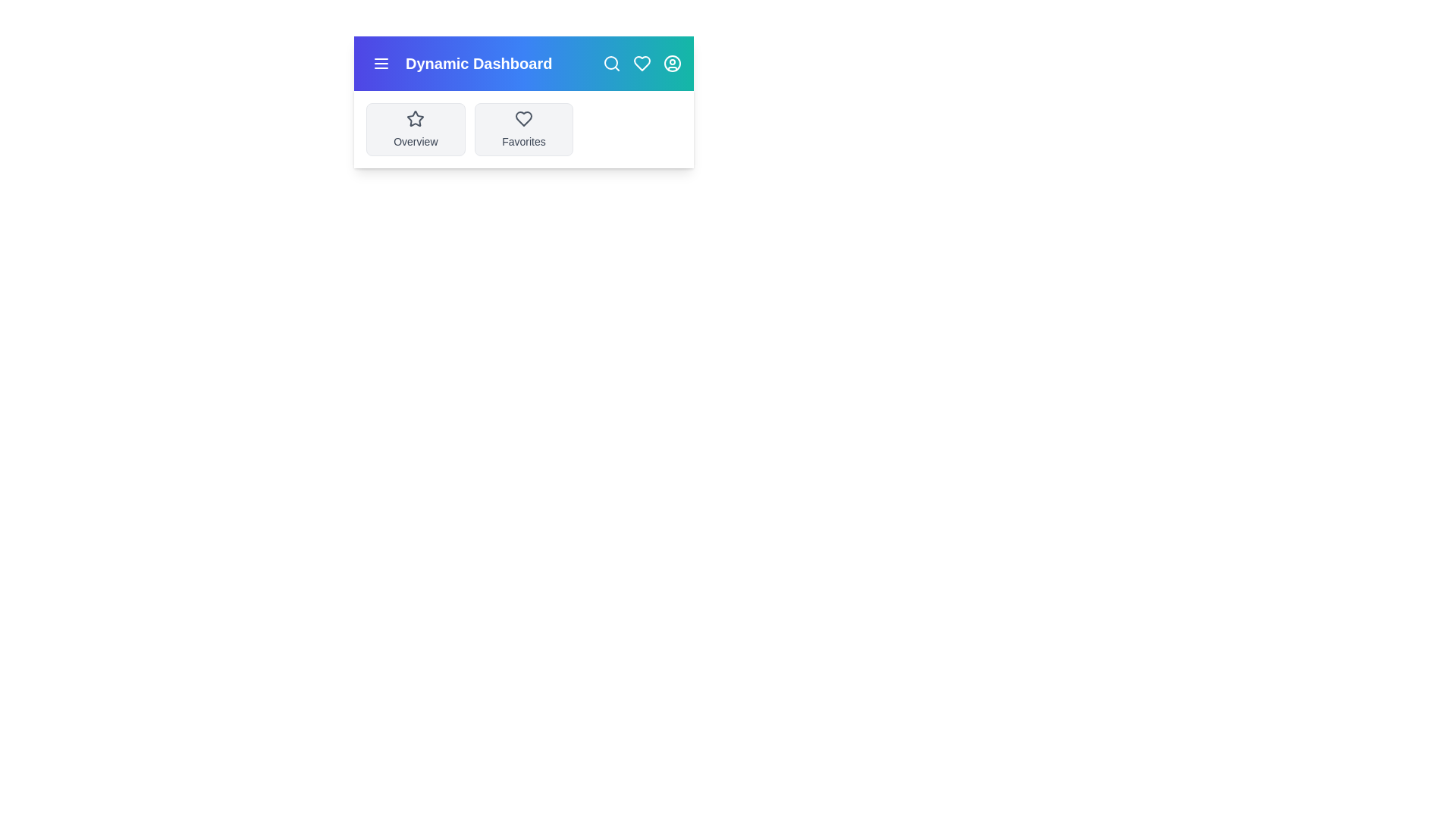 This screenshot has width=1456, height=819. What do you see at coordinates (381, 63) in the screenshot?
I see `the menu button to toggle the sidebar visibility` at bounding box center [381, 63].